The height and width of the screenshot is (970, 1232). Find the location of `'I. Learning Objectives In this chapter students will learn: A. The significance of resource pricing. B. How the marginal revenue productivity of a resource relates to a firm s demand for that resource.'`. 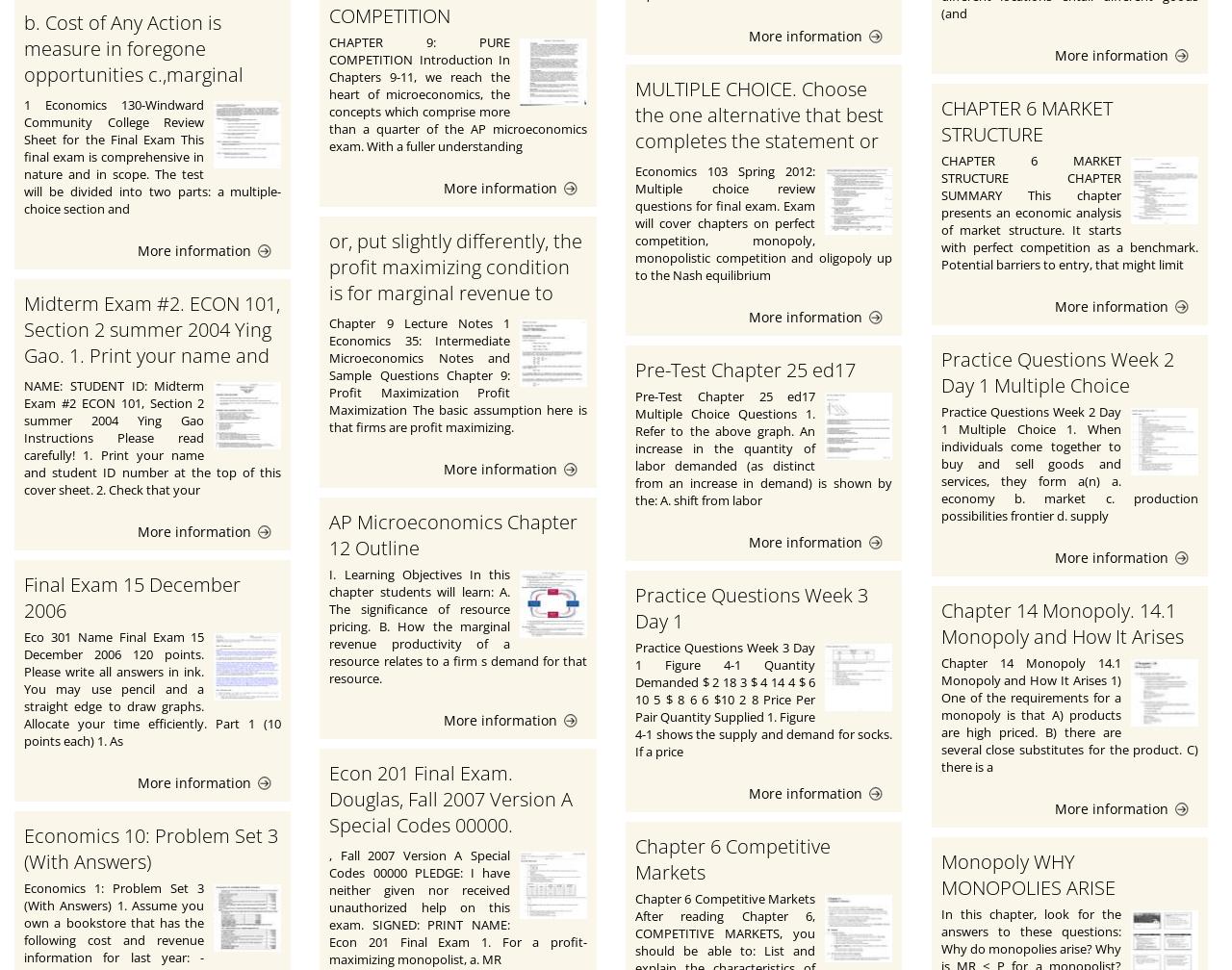

'I. Learning Objectives In this chapter students will learn: A. The significance of resource pricing. B. How the marginal revenue productivity of a resource relates to a firm s demand for that resource.' is located at coordinates (456, 625).